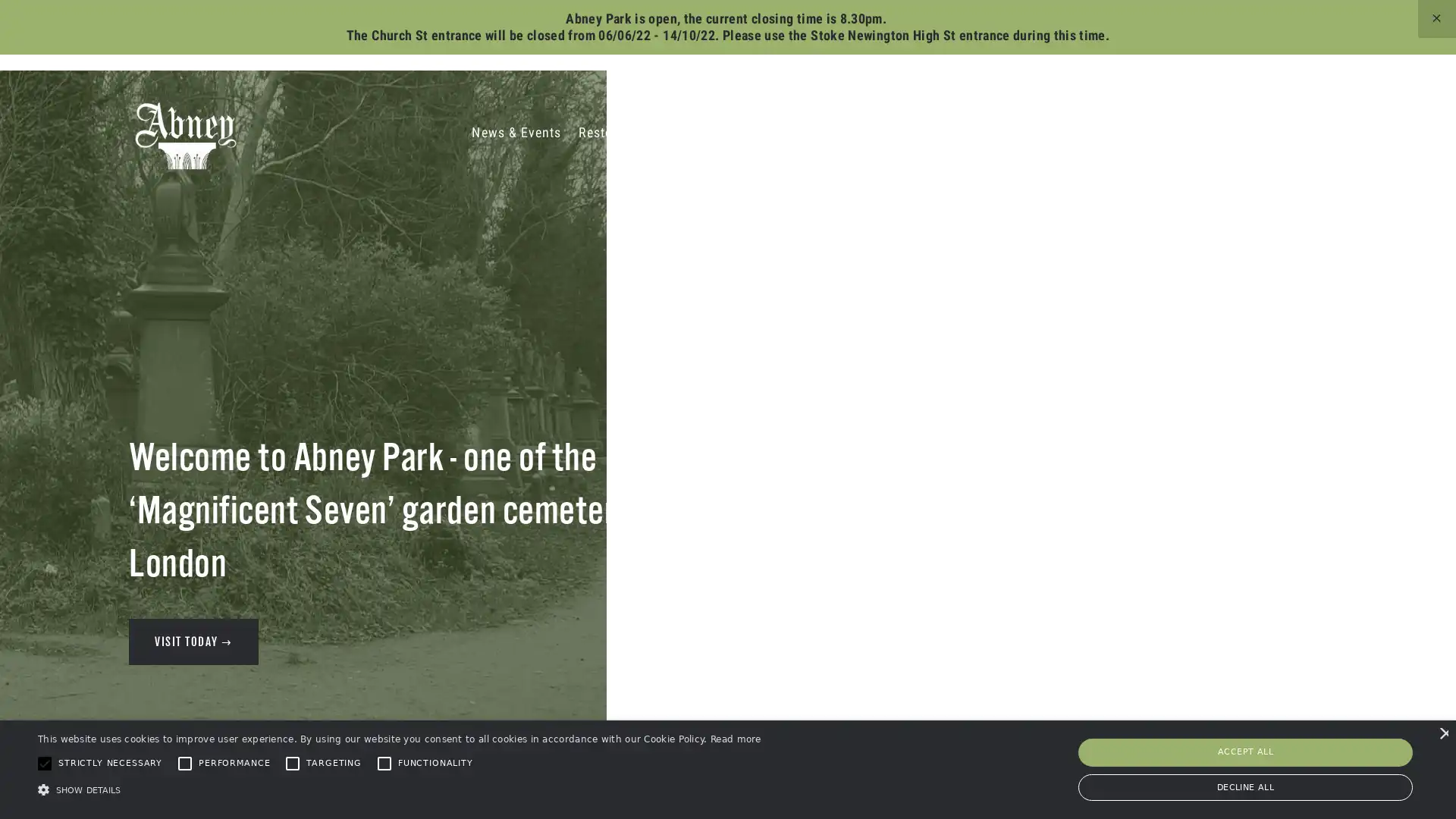 This screenshot has height=819, width=1456. What do you see at coordinates (945, 122) in the screenshot?
I see `Close` at bounding box center [945, 122].